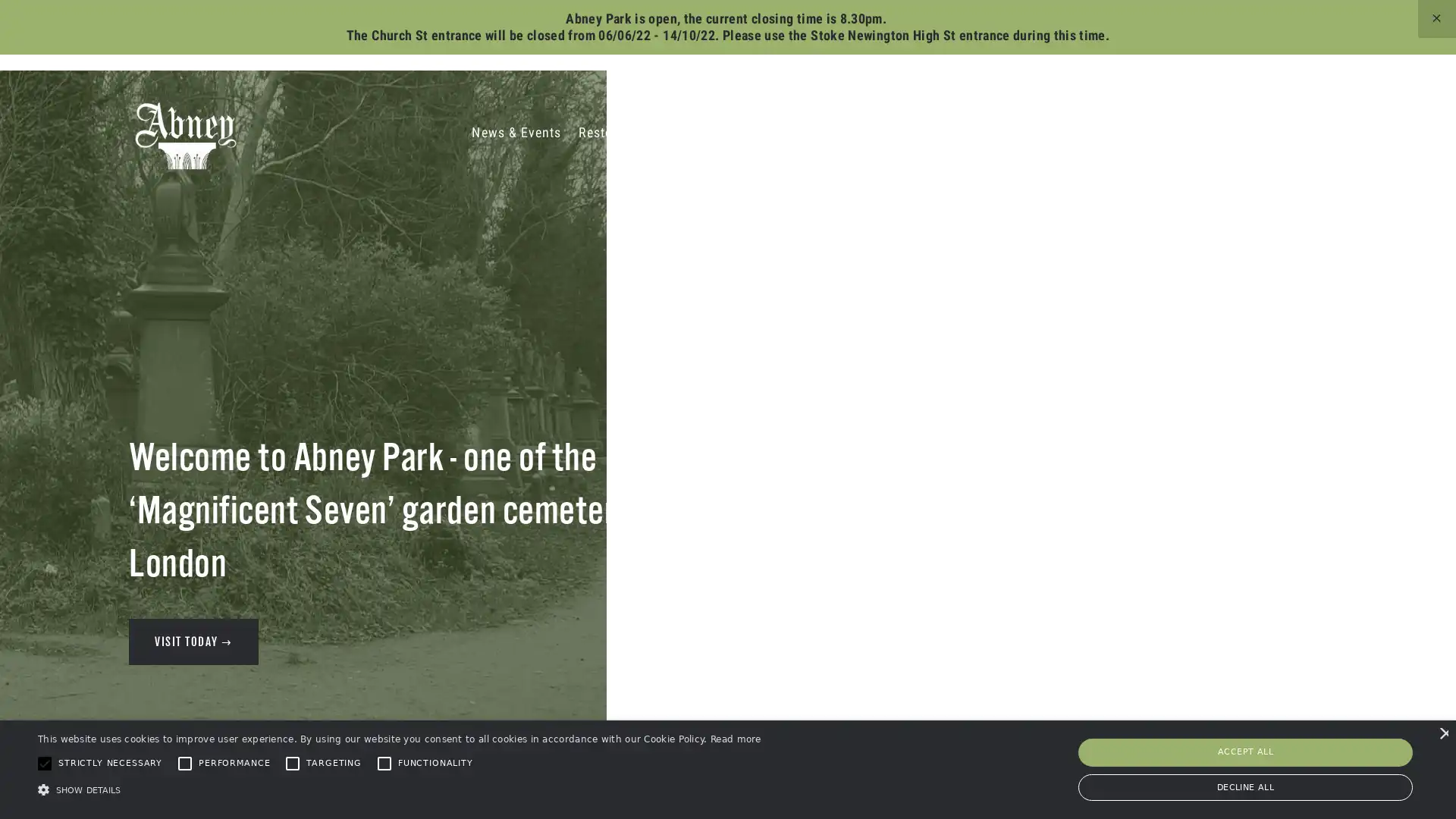 This screenshot has height=819, width=1456. What do you see at coordinates (945, 122) in the screenshot?
I see `Close` at bounding box center [945, 122].